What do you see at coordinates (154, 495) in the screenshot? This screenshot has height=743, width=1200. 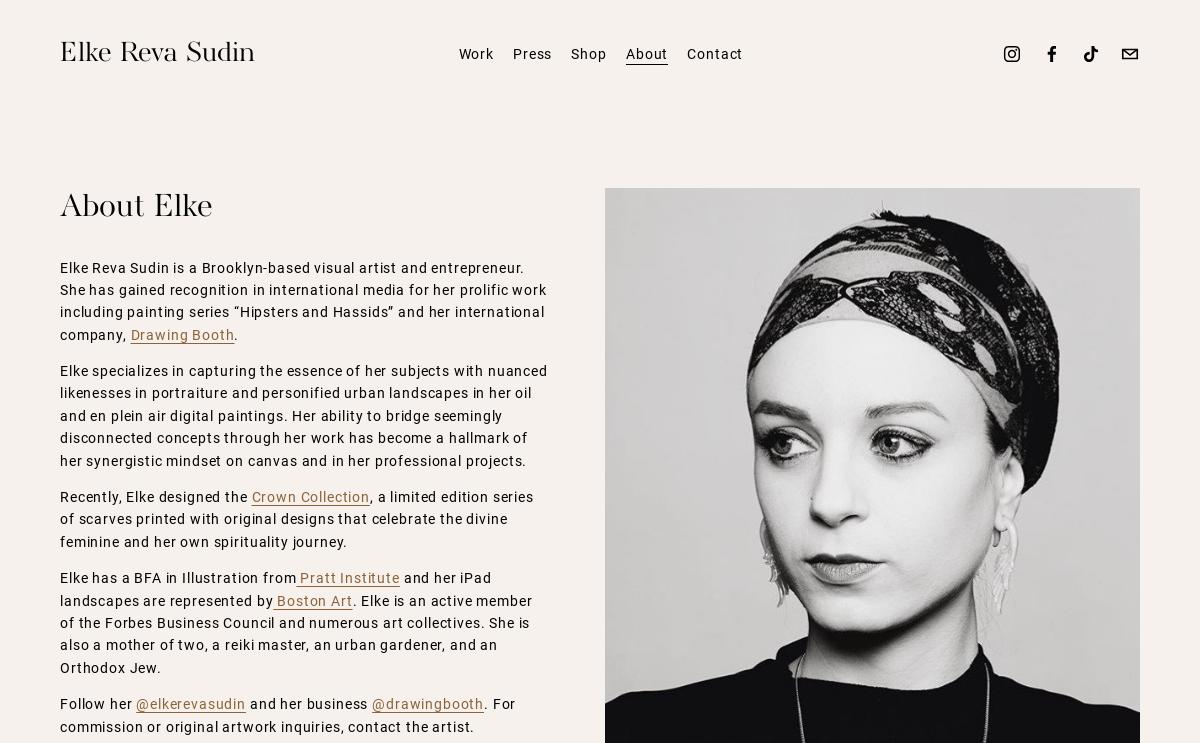 I see `'Recently, Elke designed the'` at bounding box center [154, 495].